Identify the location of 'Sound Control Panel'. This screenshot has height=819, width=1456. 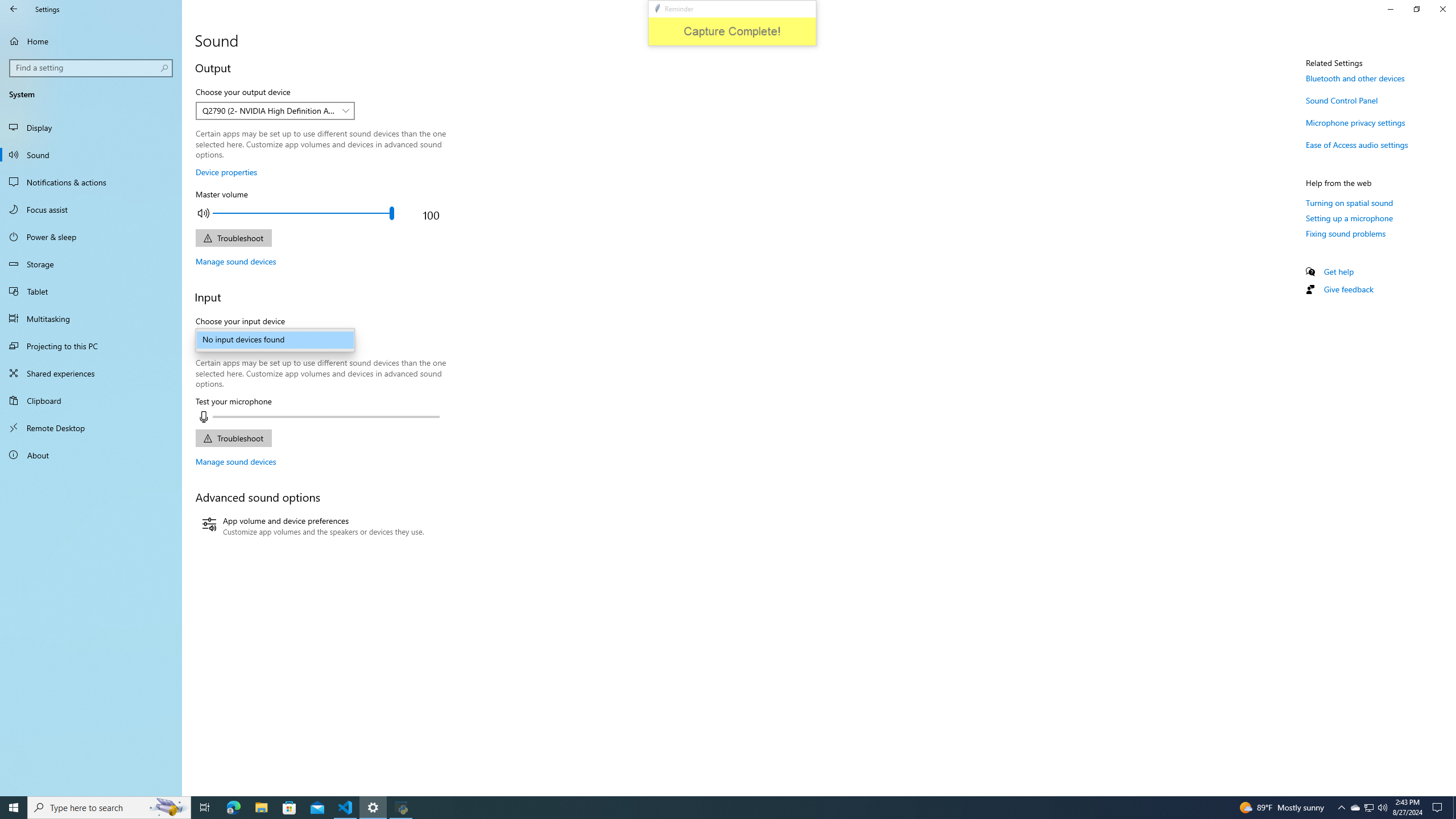
(1342, 100).